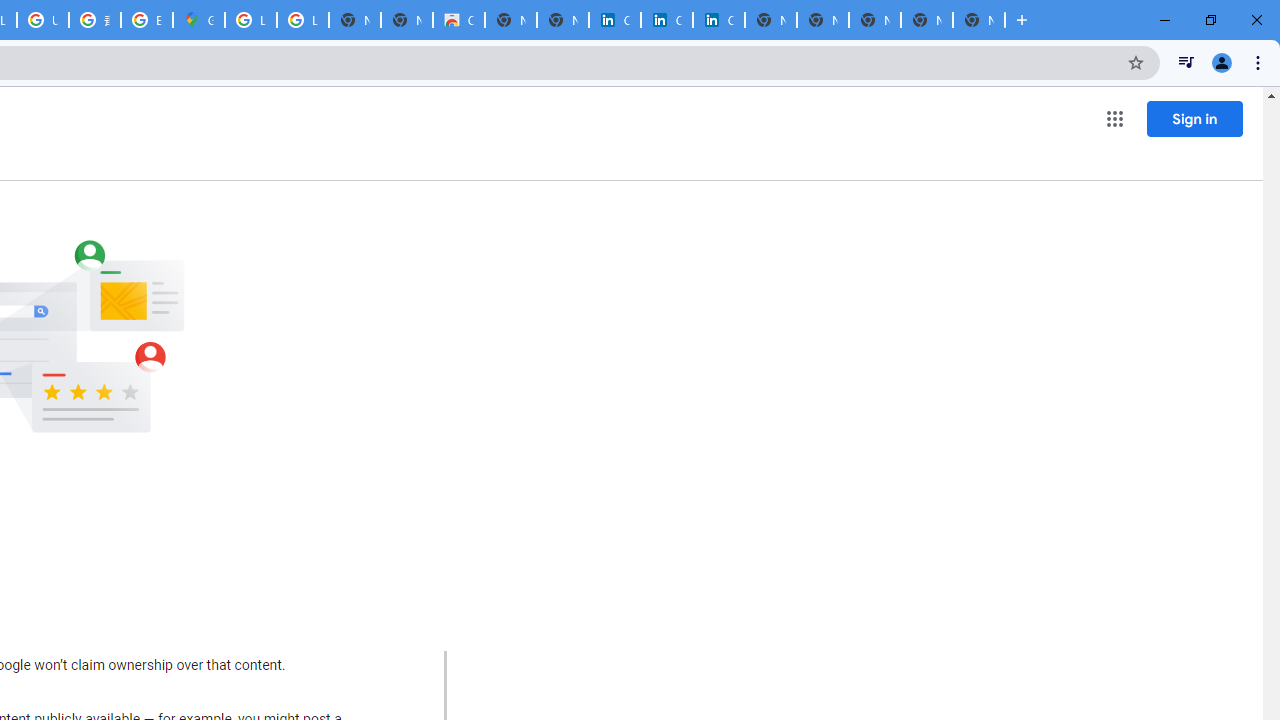 The width and height of the screenshot is (1280, 720). I want to click on 'Cookie Policy | LinkedIn', so click(614, 20).